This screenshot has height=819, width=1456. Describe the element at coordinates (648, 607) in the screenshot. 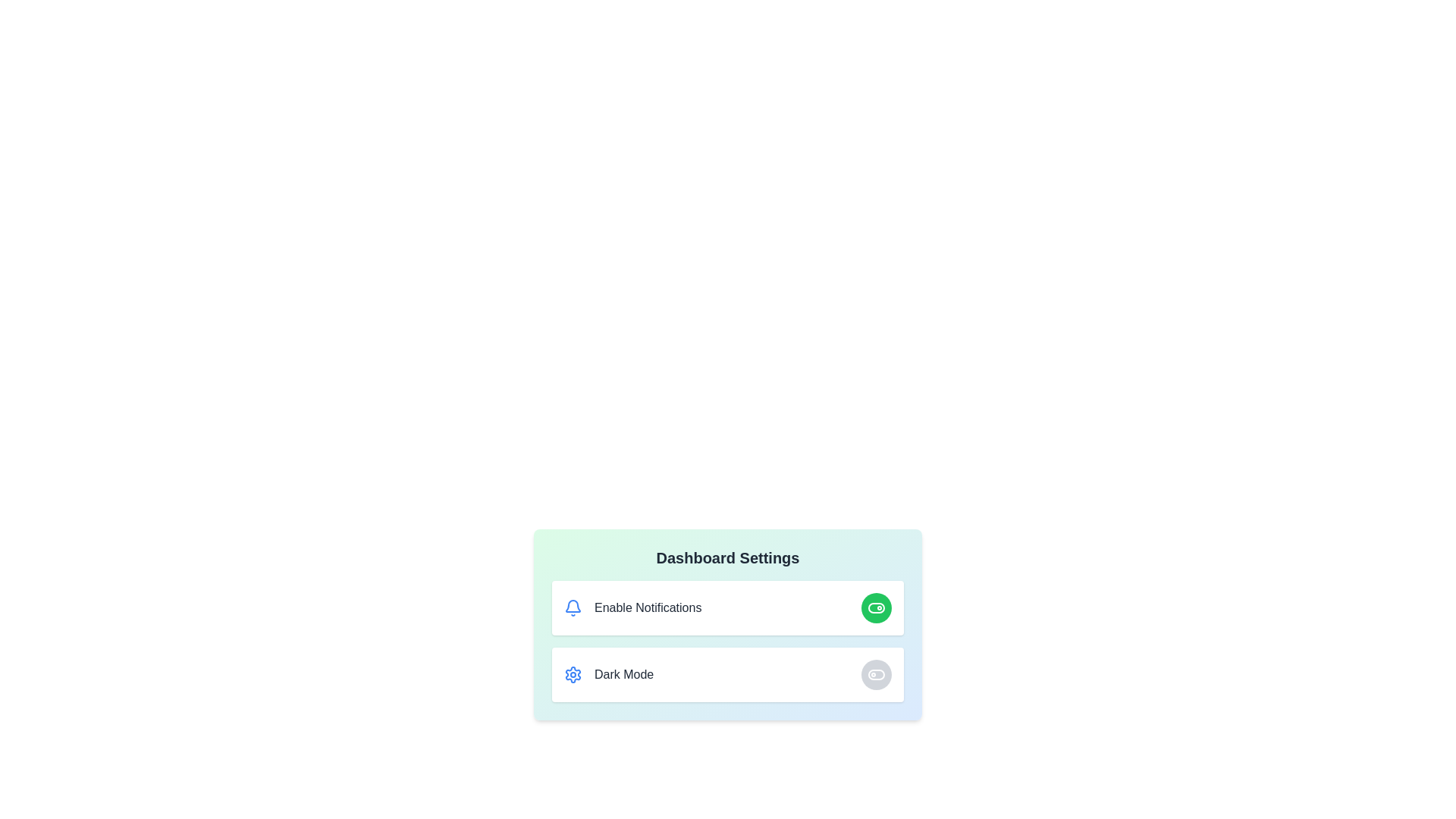

I see `the Text label describing the notification setting` at that location.